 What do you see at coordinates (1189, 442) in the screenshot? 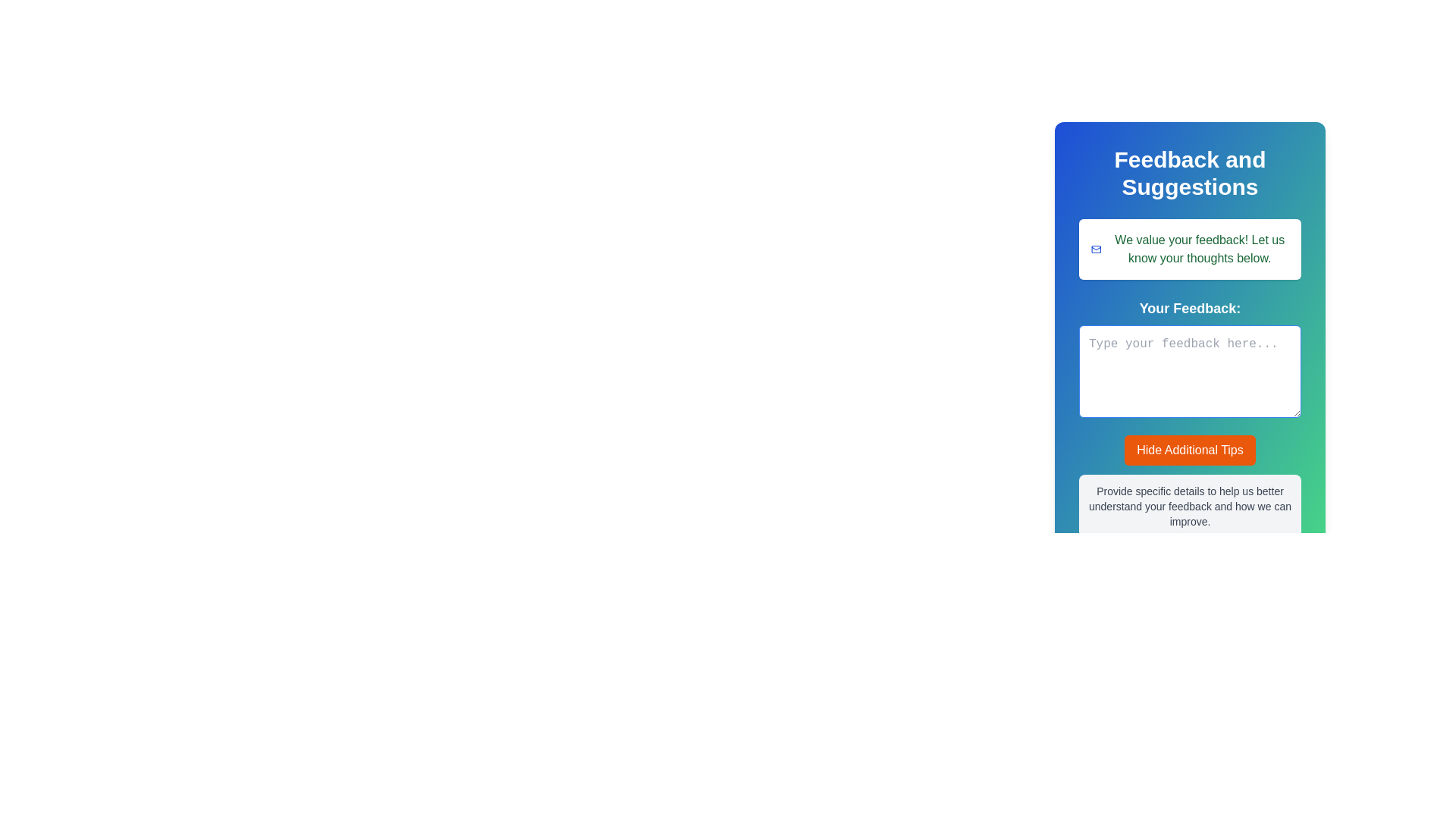
I see `the 'Hide Additional Tips' button, which is an orange button with white text located below the user feedback text area, to trigger potential visual feedback` at bounding box center [1189, 442].